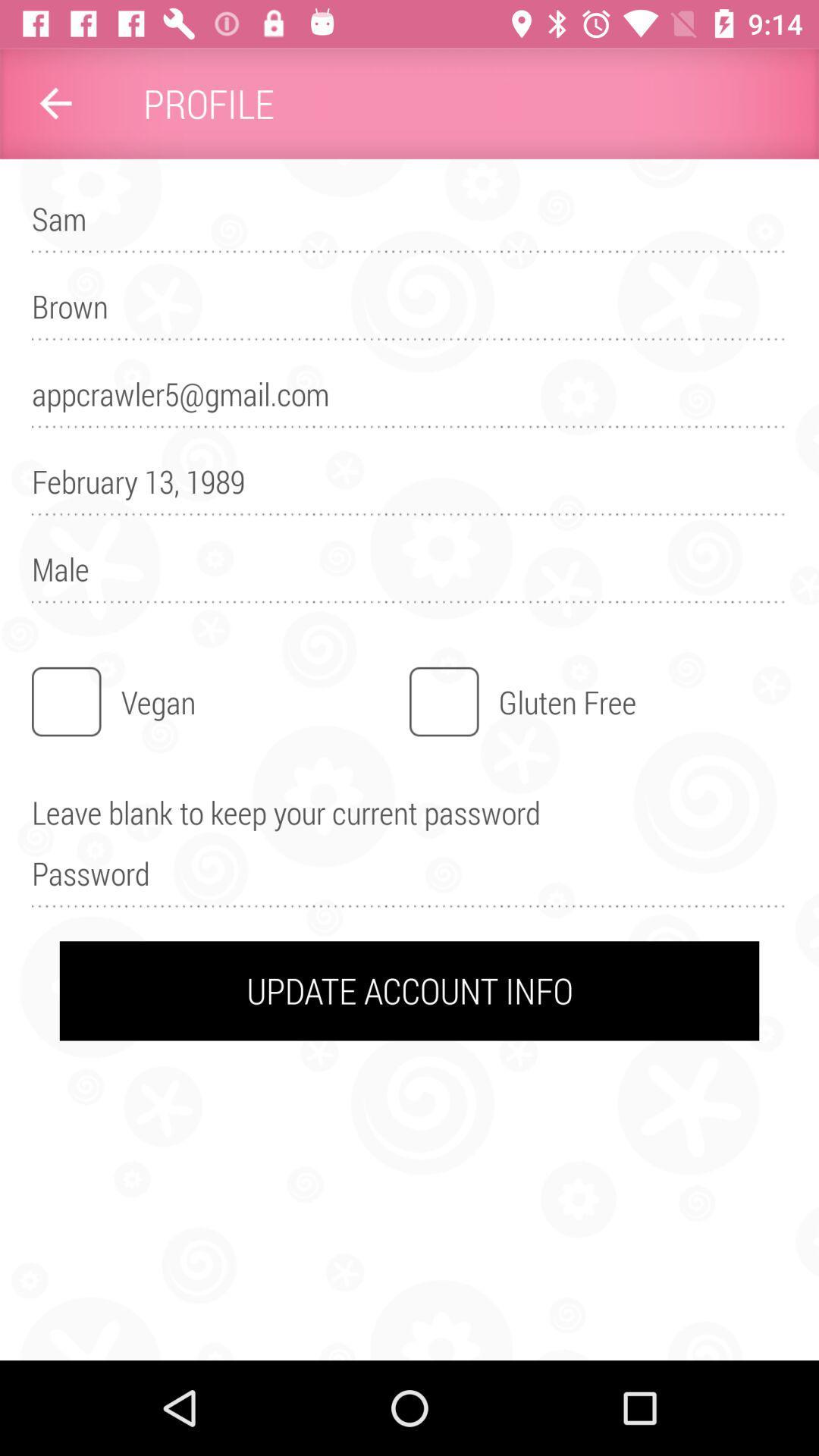  I want to click on the icon above the brown icon, so click(409, 225).